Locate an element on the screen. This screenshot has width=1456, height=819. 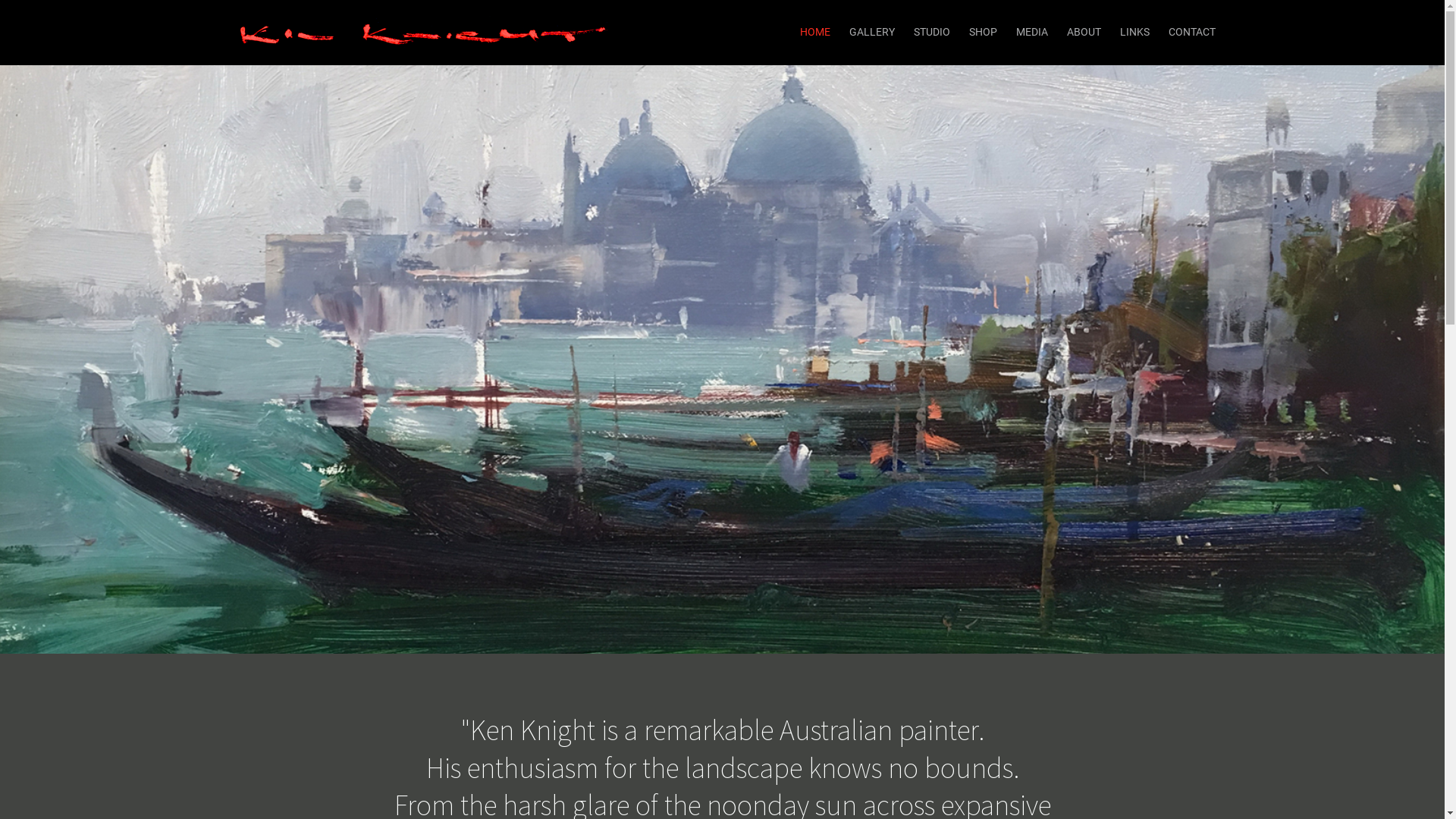
'MEDIA' is located at coordinates (1031, 32).